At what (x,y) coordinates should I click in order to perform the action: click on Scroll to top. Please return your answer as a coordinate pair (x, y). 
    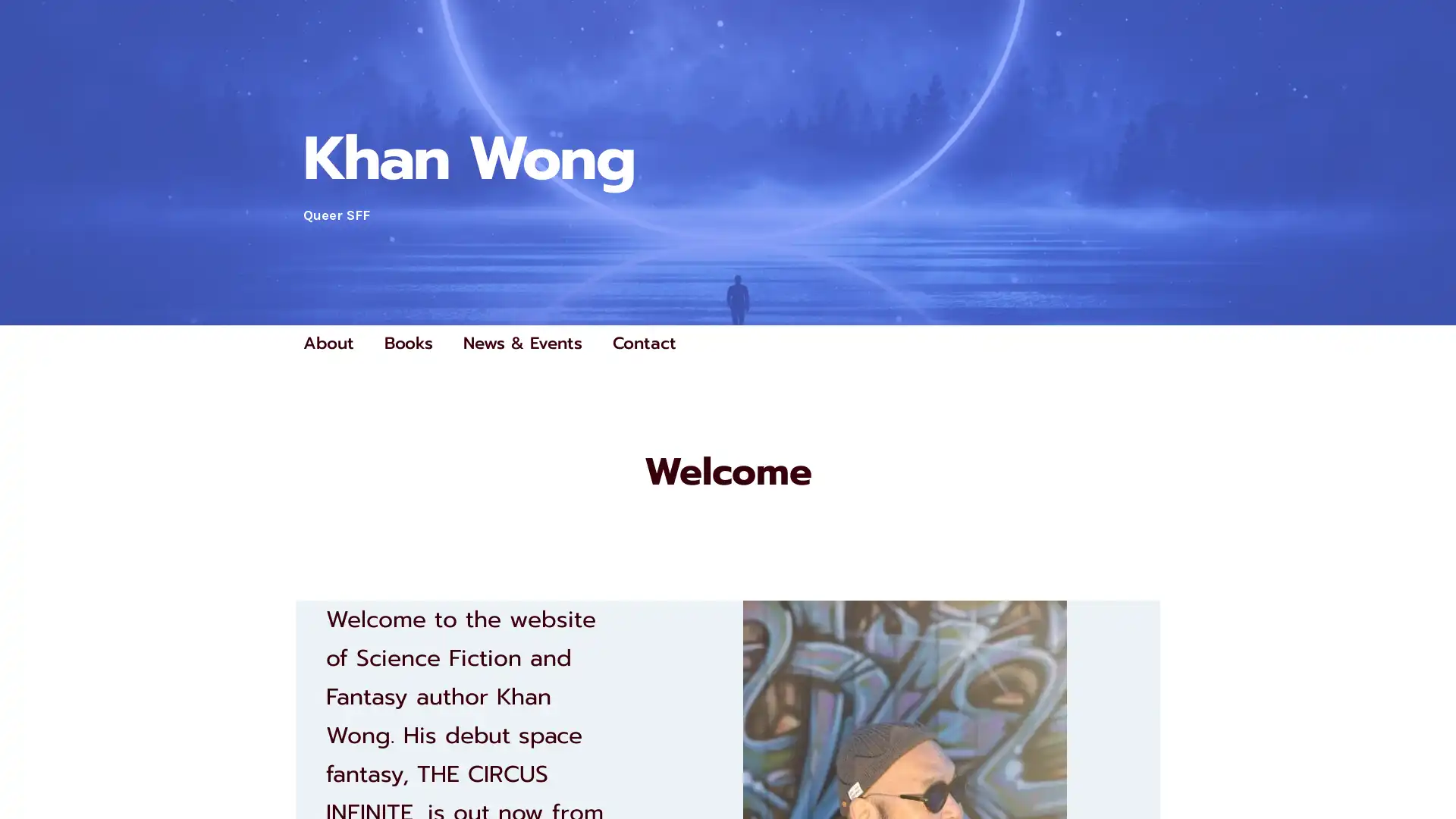
    Looking at the image, I should click on (1426, 767).